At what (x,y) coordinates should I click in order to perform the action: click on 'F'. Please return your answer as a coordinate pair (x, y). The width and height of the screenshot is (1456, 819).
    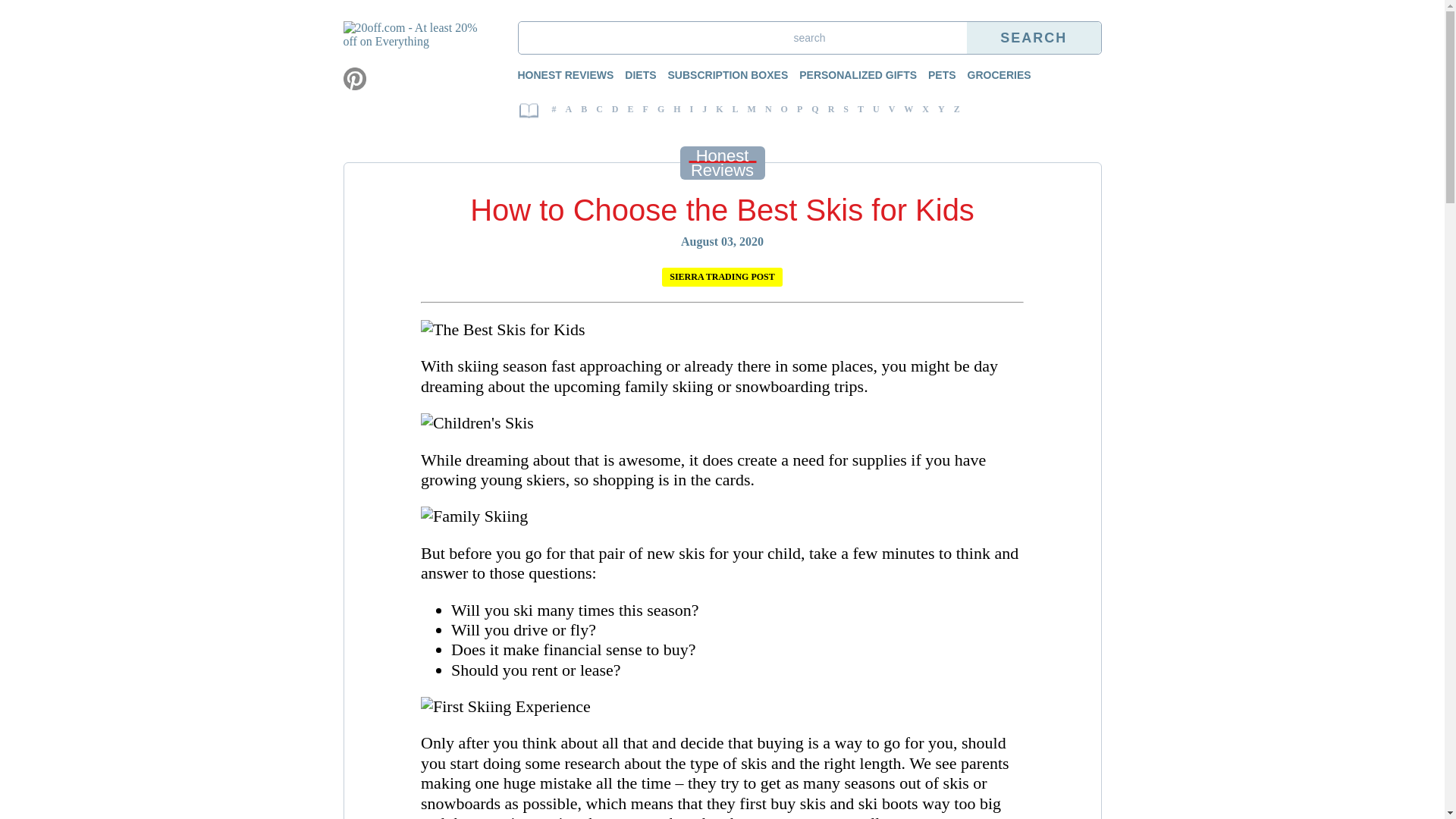
    Looking at the image, I should click on (645, 108).